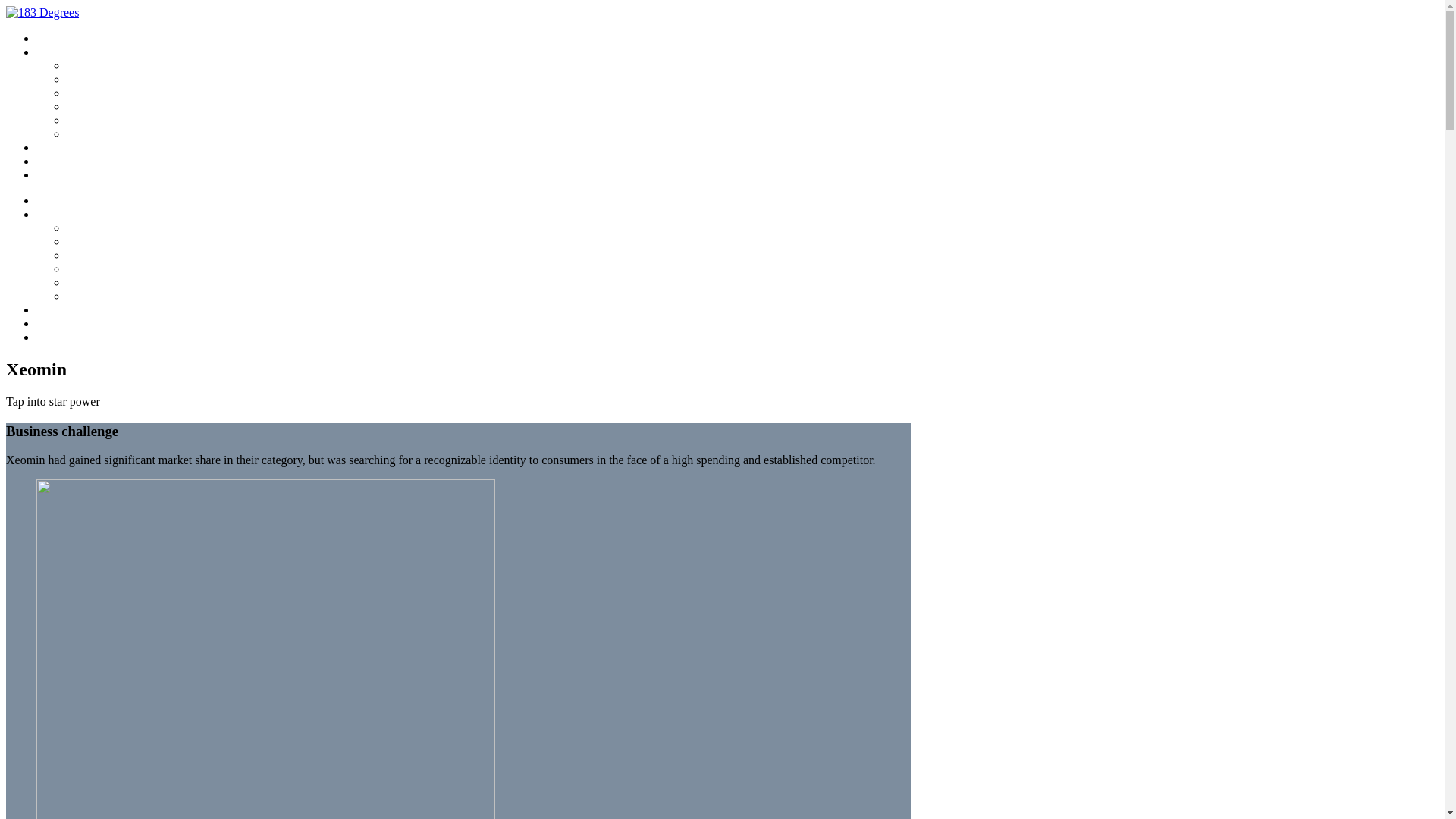 This screenshot has height=819, width=1456. Describe the element at coordinates (42, 12) in the screenshot. I see `'183 Degrees'` at that location.